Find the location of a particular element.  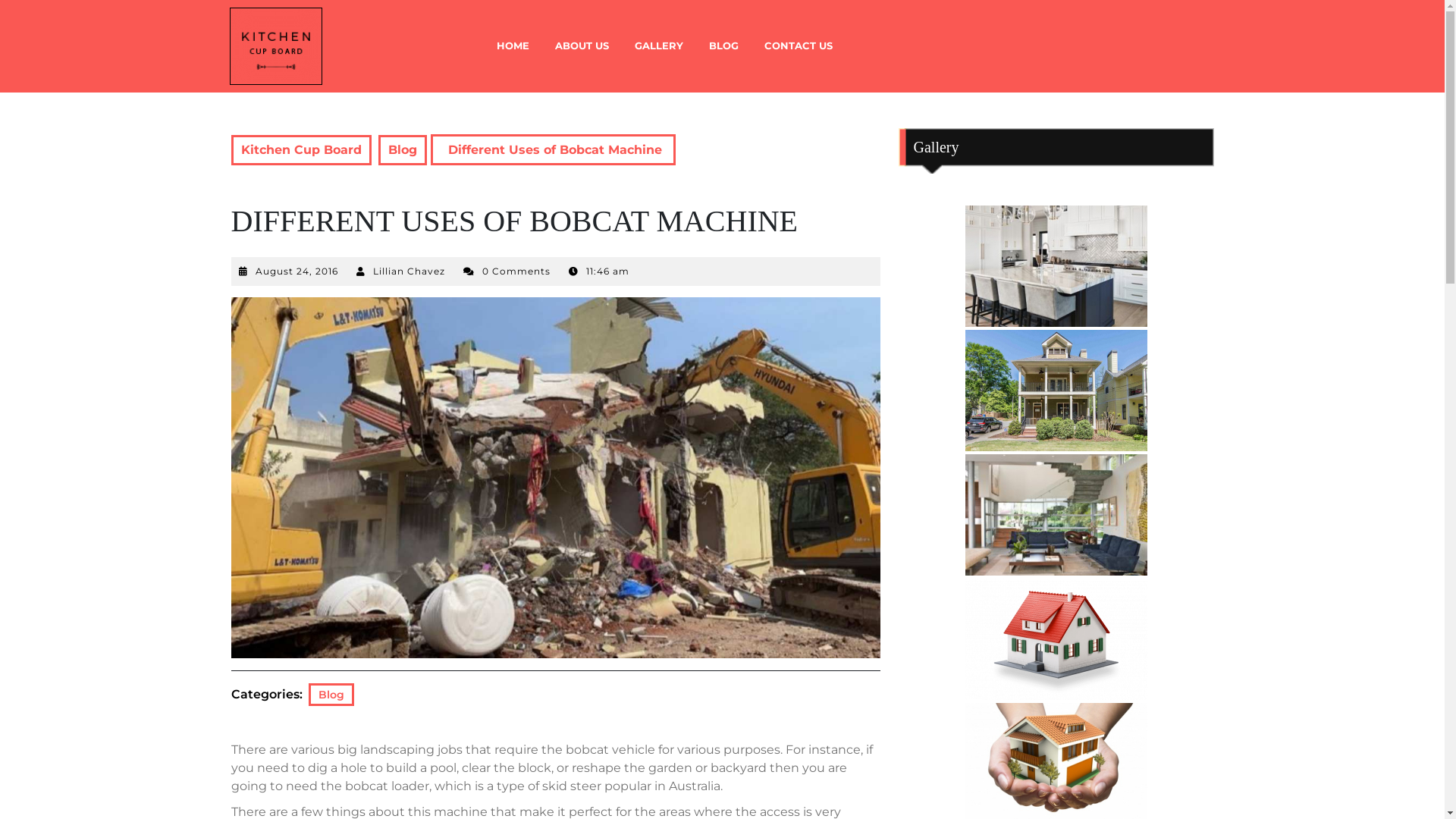

'BLOG' is located at coordinates (723, 45).